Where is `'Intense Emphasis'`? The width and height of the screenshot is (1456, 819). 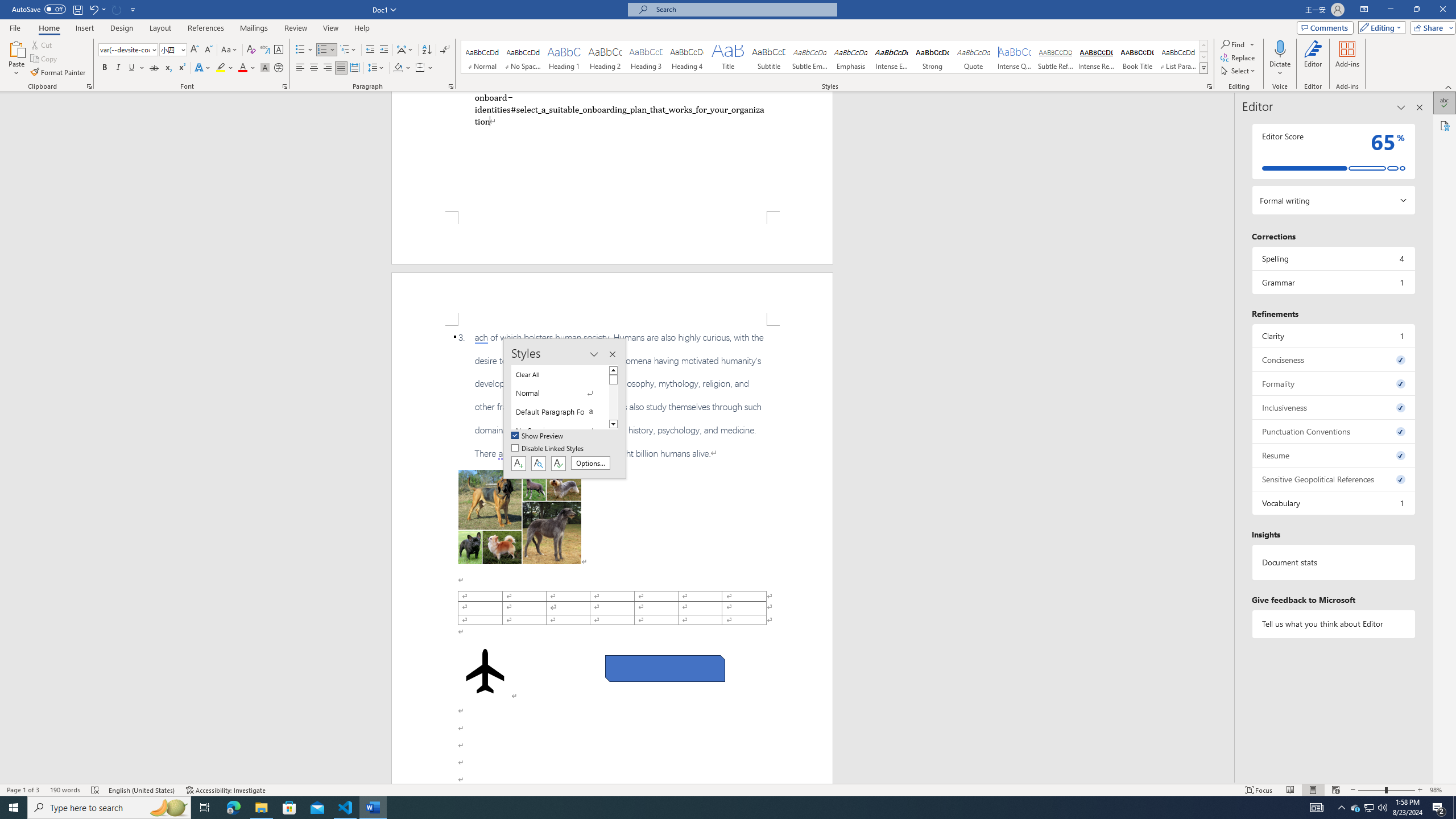
'Intense Emphasis' is located at coordinates (892, 56).